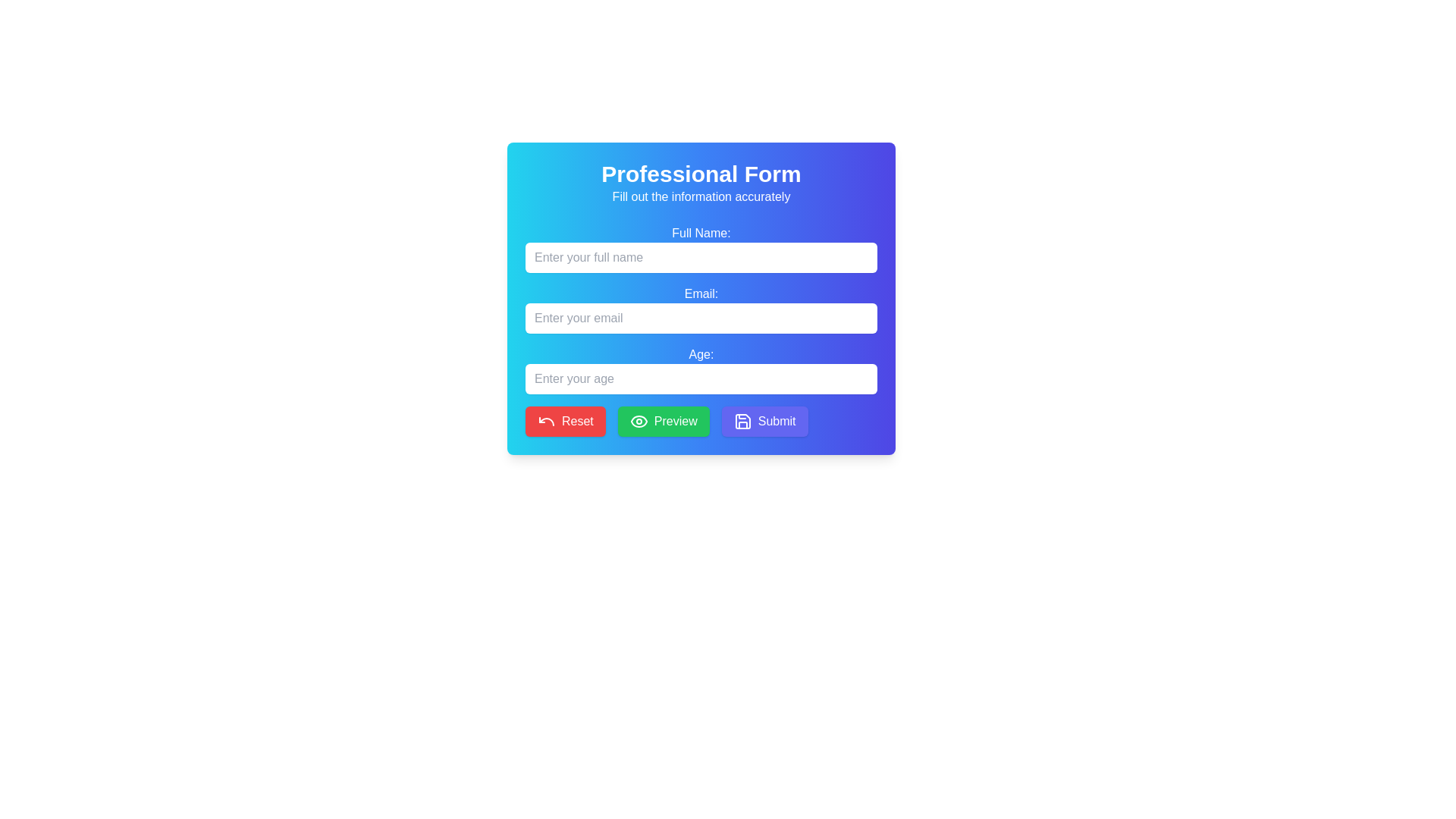 This screenshot has width=1456, height=819. I want to click on header text 'Professional Form' which is styled with large, bold white text at the top center of the colorful form interface, so click(701, 174).